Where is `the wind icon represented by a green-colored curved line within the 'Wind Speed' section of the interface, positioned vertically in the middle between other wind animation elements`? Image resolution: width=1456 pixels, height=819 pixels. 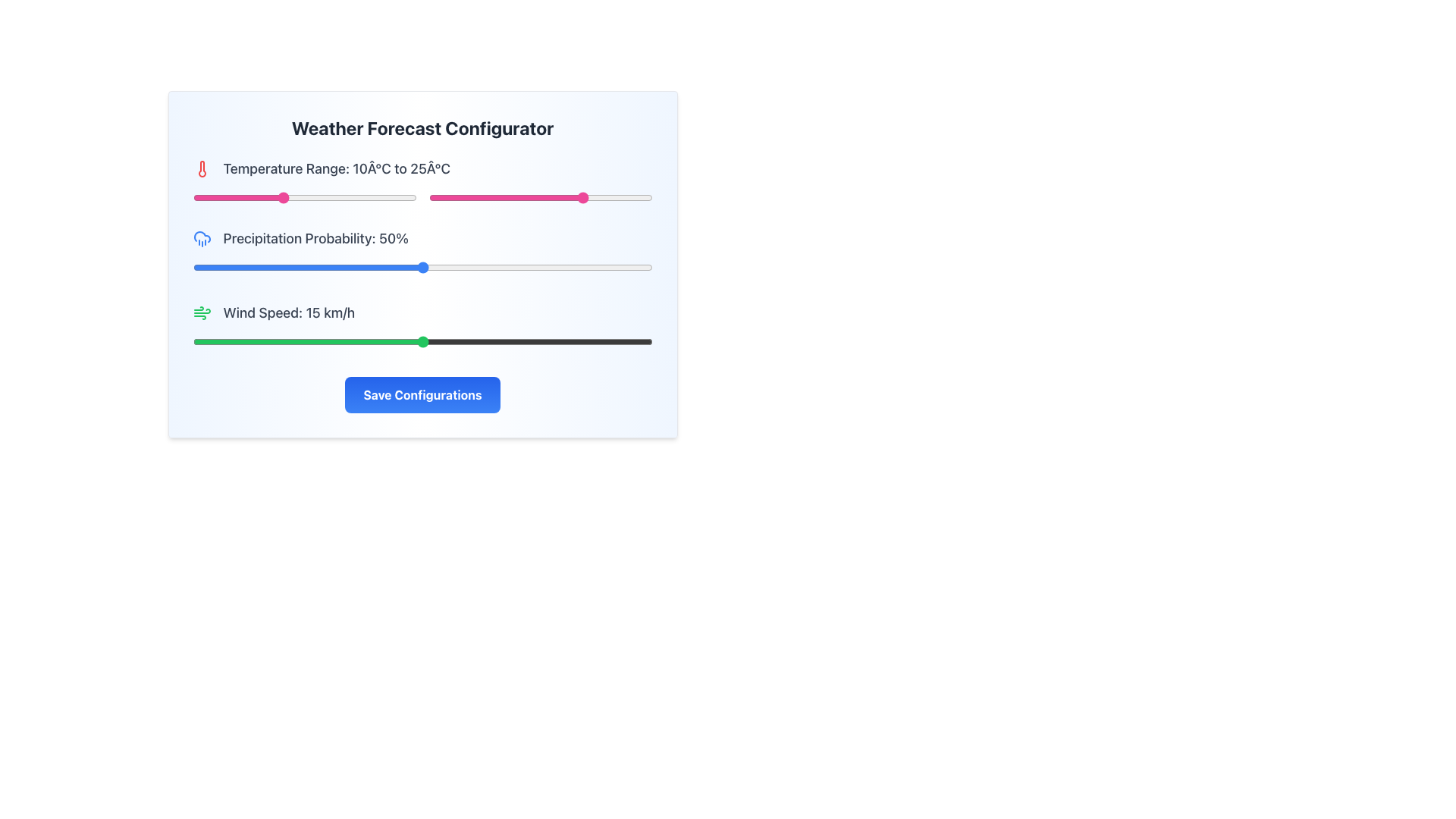
the wind icon represented by a green-colored curved line within the 'Wind Speed' section of the interface, positioned vertically in the middle between other wind animation elements is located at coordinates (201, 310).